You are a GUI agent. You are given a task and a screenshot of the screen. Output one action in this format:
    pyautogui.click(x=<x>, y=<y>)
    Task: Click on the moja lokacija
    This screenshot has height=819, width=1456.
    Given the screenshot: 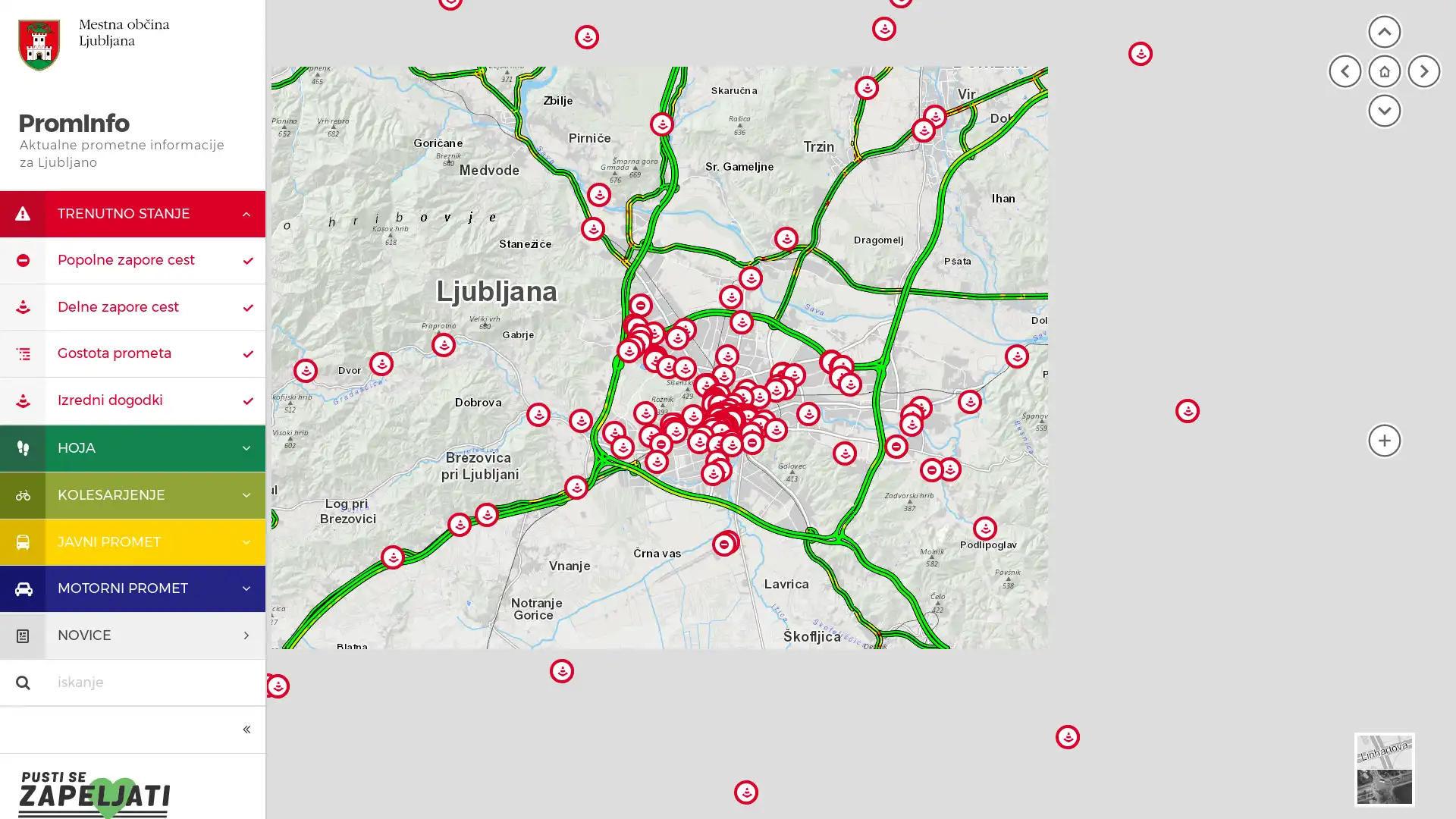 What is the action you would take?
    pyautogui.click(x=1384, y=168)
    